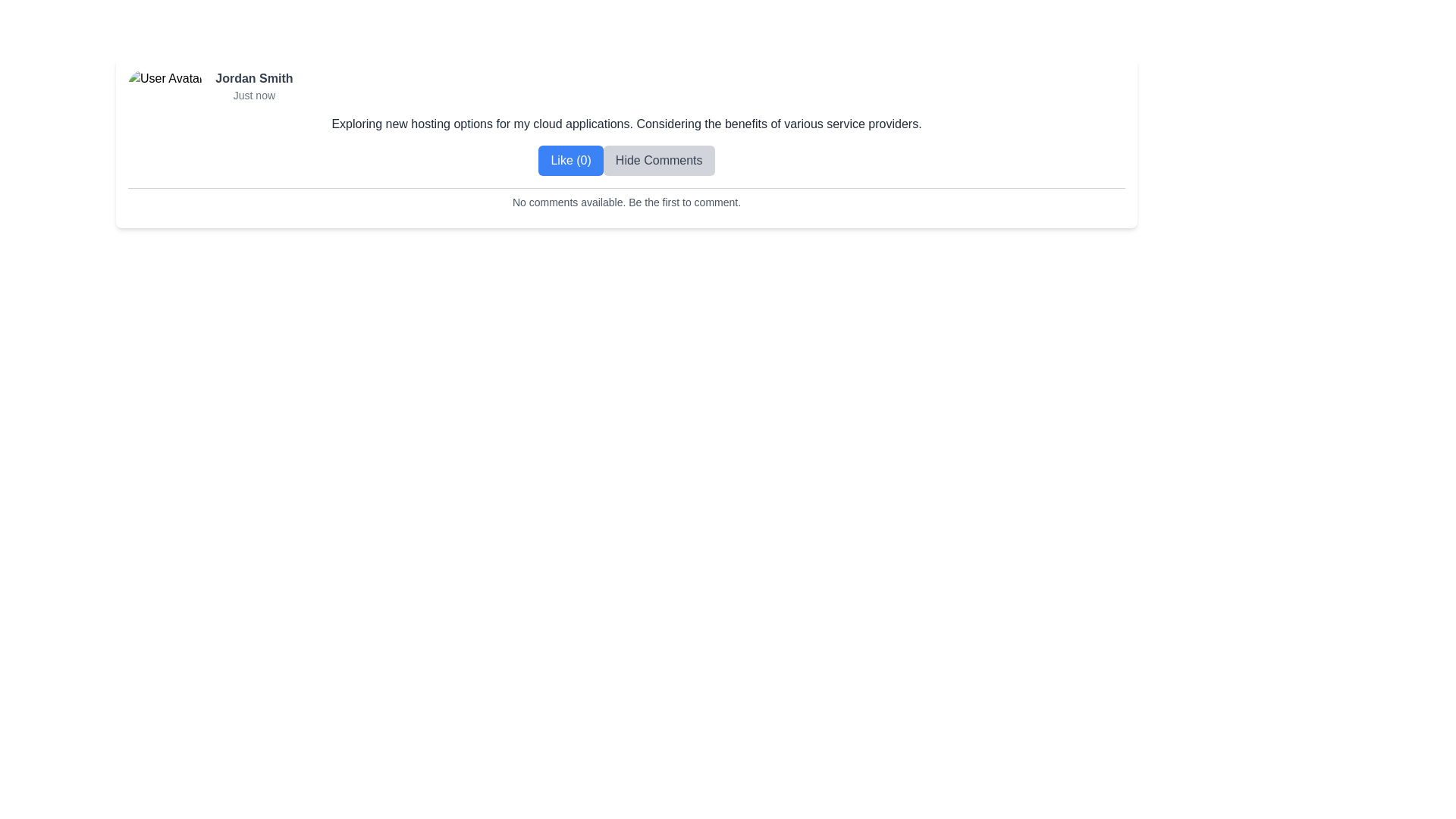 Image resolution: width=1456 pixels, height=819 pixels. I want to click on the 'Like (0)' button, which is a rectangular button with rounded corners, bright blue background and white text, so click(570, 161).